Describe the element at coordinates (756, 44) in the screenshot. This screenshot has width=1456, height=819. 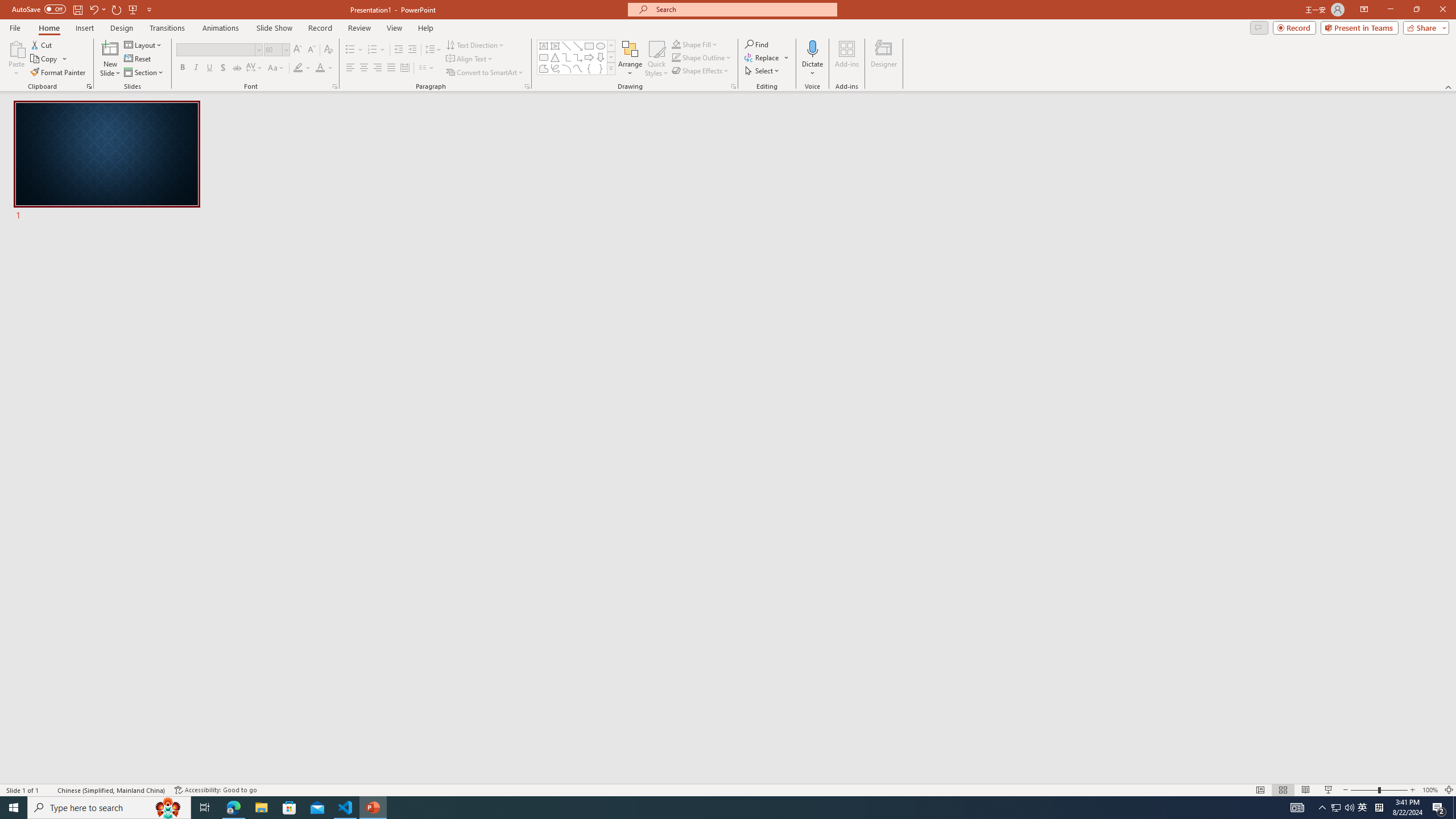
I see `'Find...'` at that location.